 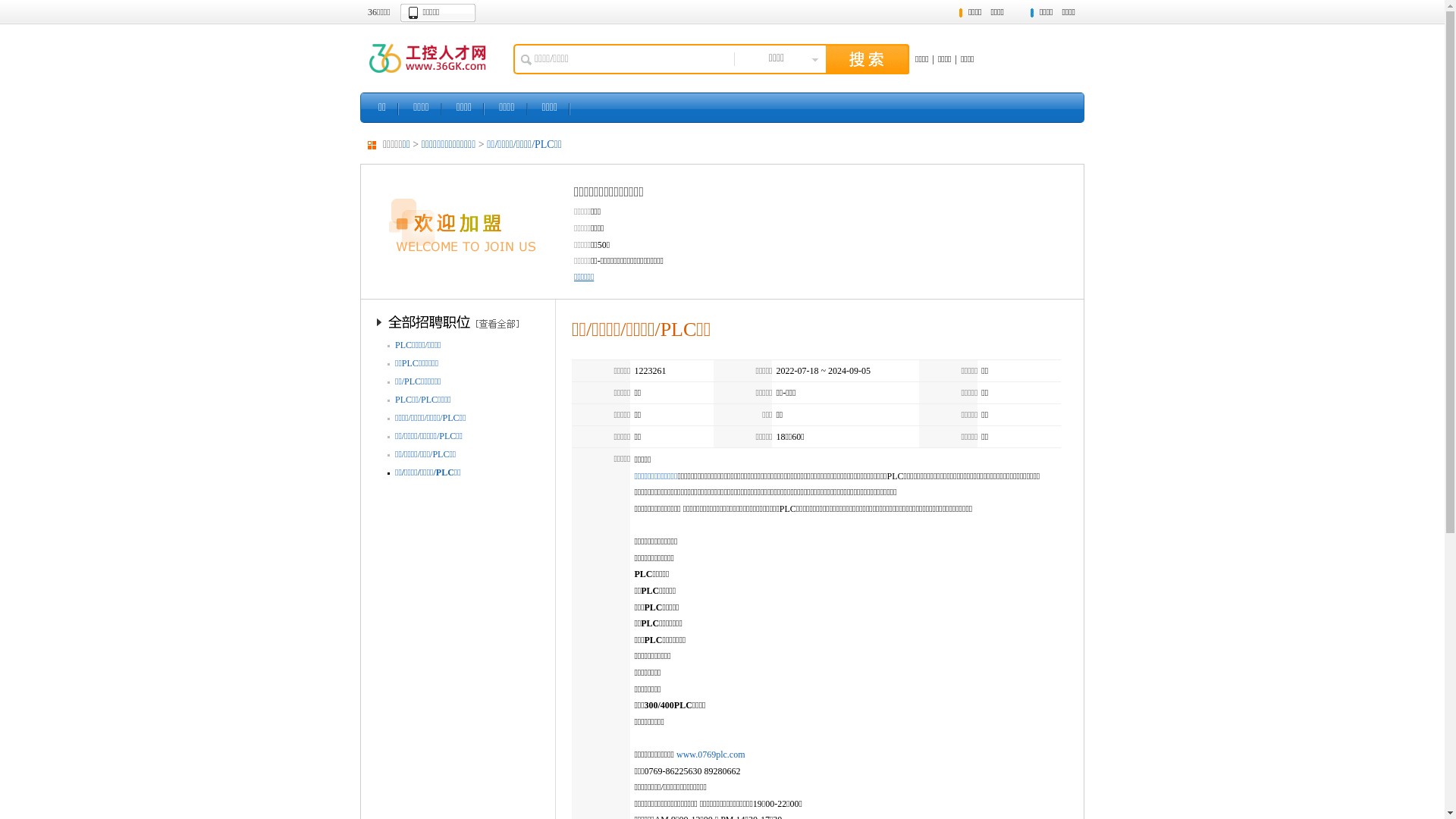 I want to click on 'www.0769plc.com', so click(x=710, y=755).